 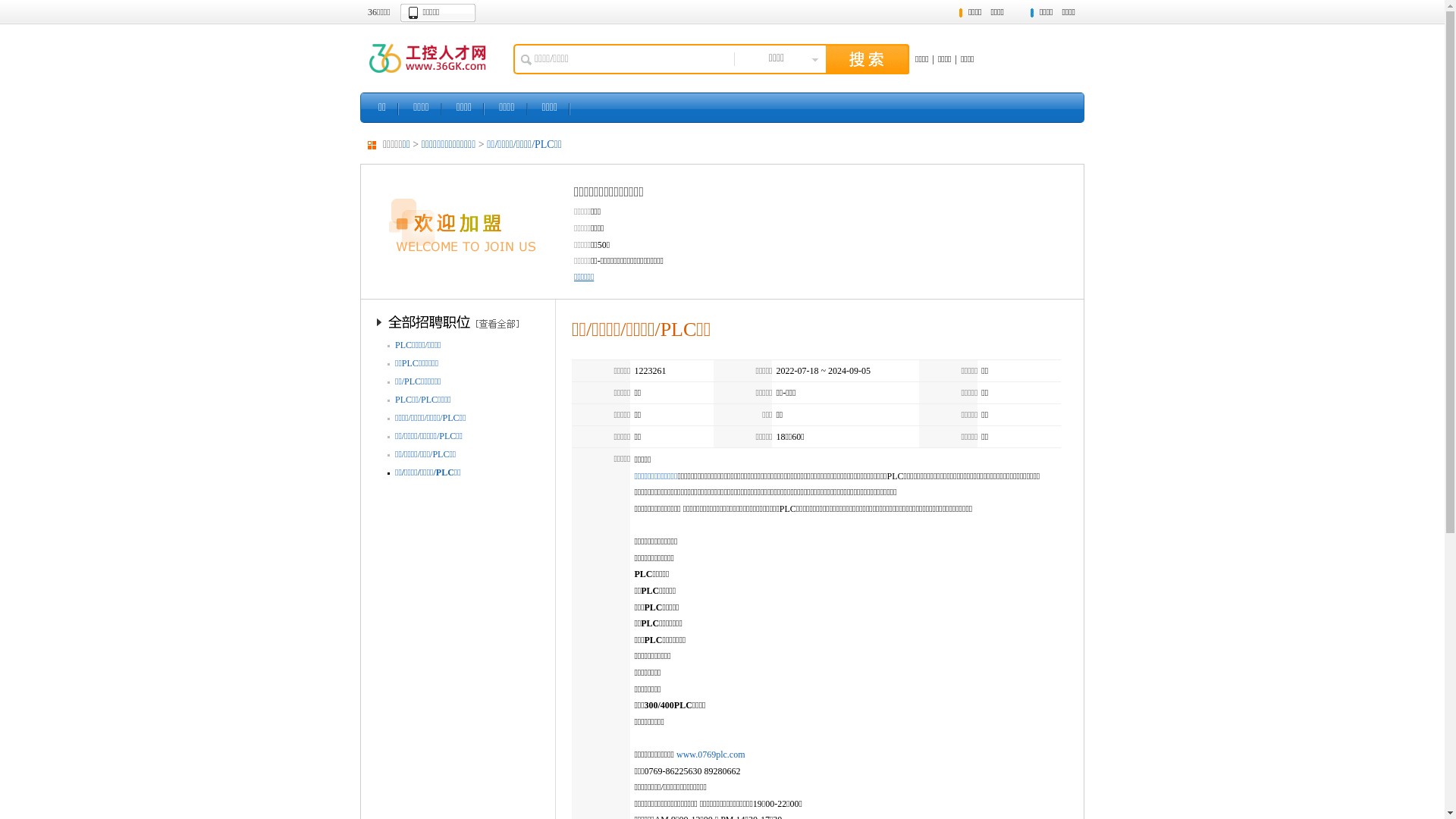 I want to click on 'www.0769plc.com', so click(x=710, y=755).